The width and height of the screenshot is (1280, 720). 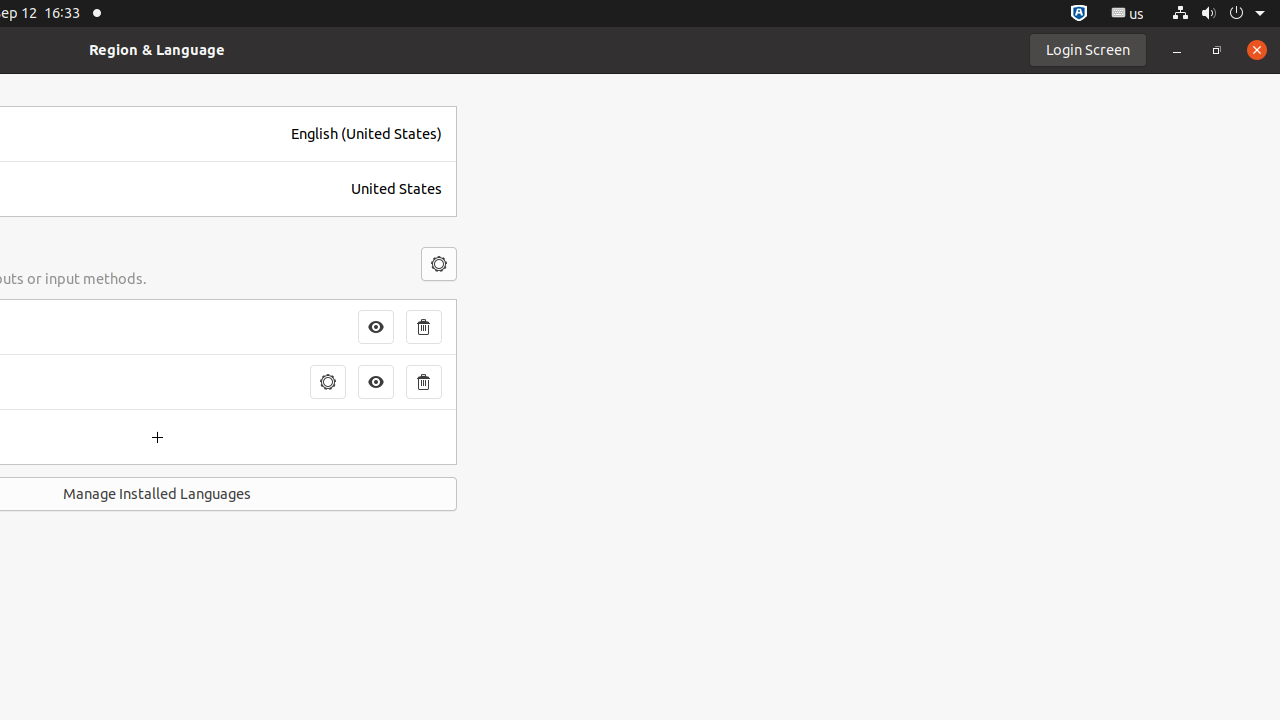 I want to click on 'Close', so click(x=1255, y=48).